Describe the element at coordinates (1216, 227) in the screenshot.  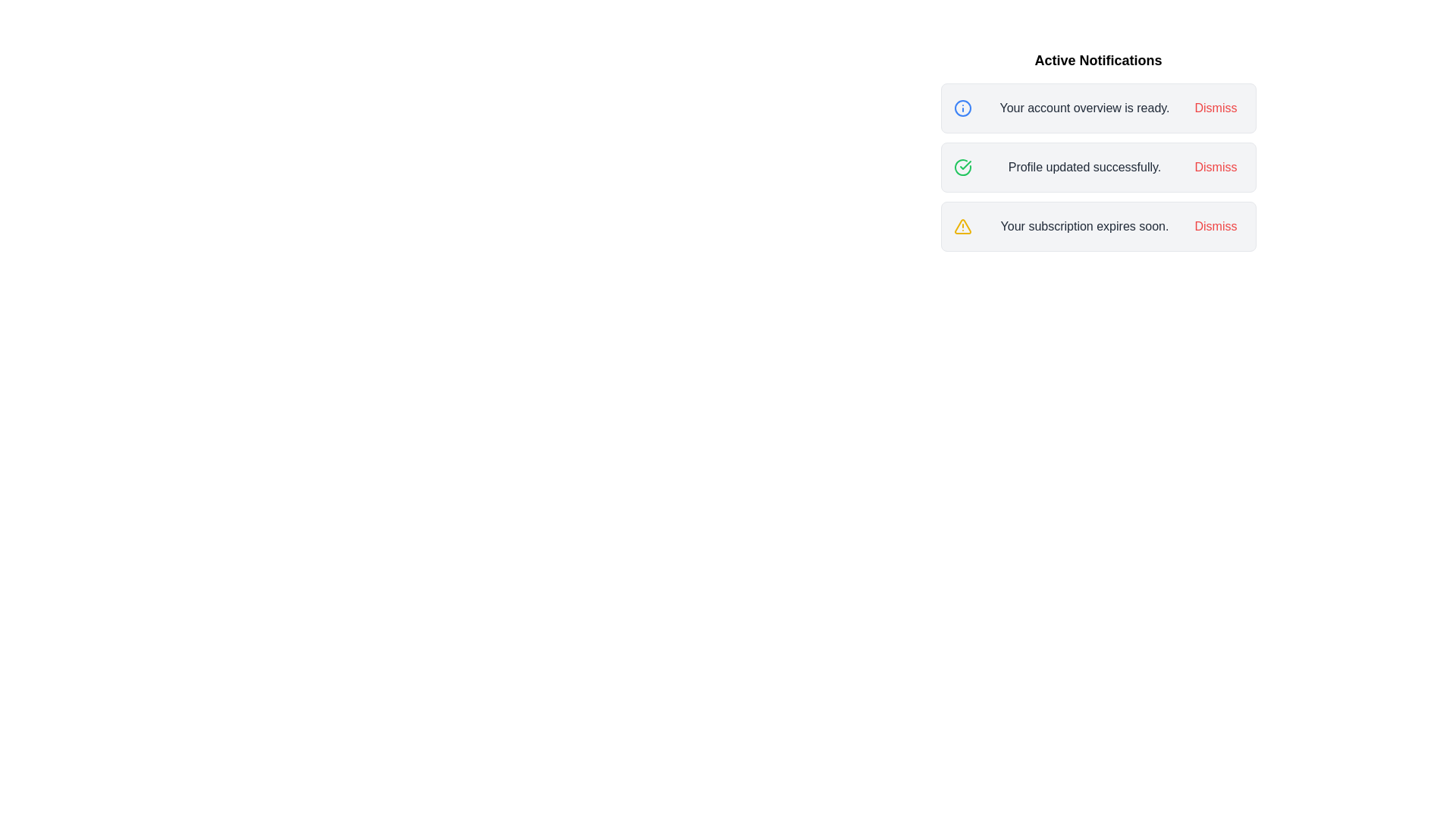
I see `'Dismiss' button for the notification 'Your subscription expires soon.'` at that location.